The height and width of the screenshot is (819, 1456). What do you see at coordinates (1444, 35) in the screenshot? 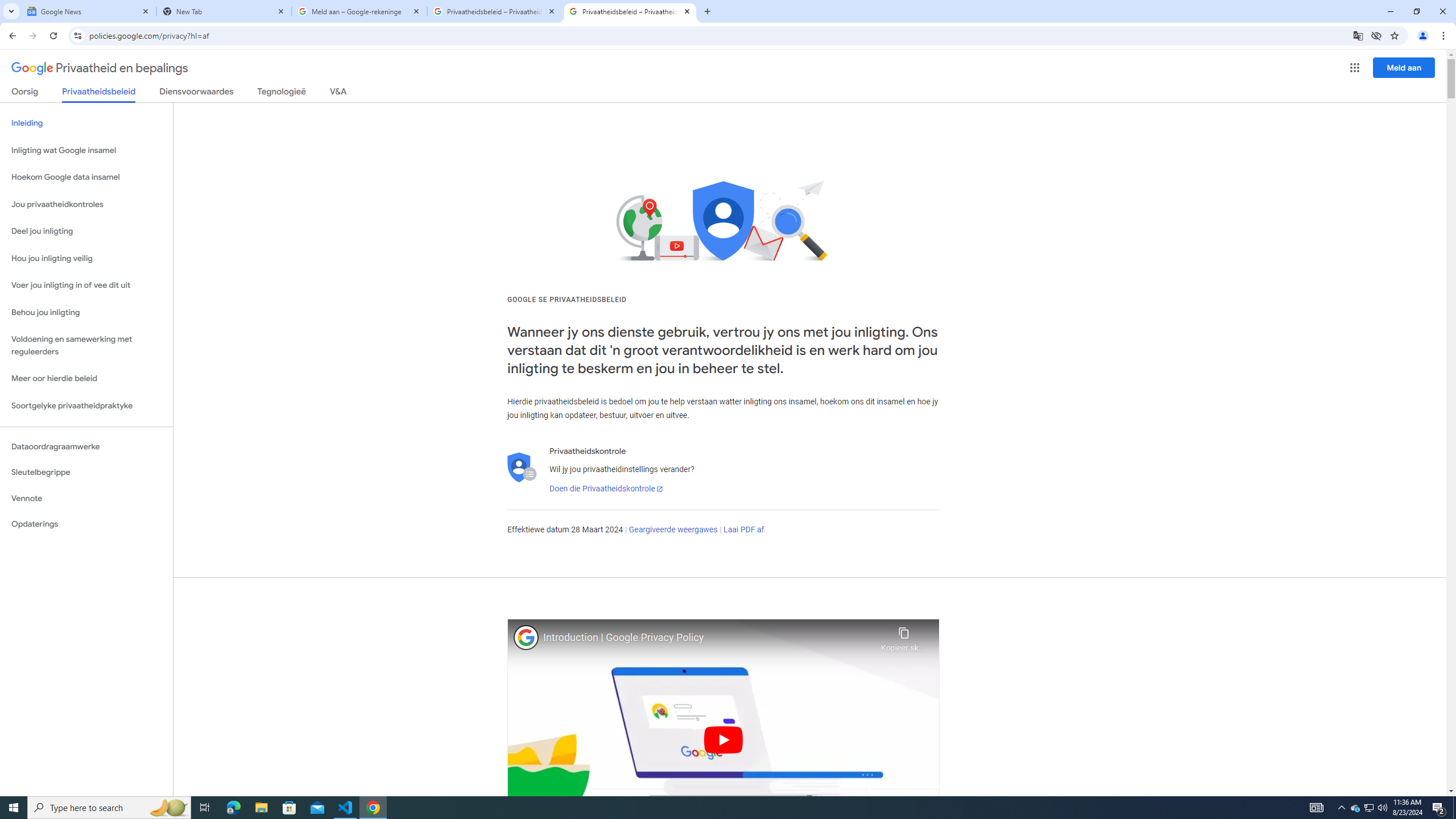
I see `'Chrome'` at bounding box center [1444, 35].